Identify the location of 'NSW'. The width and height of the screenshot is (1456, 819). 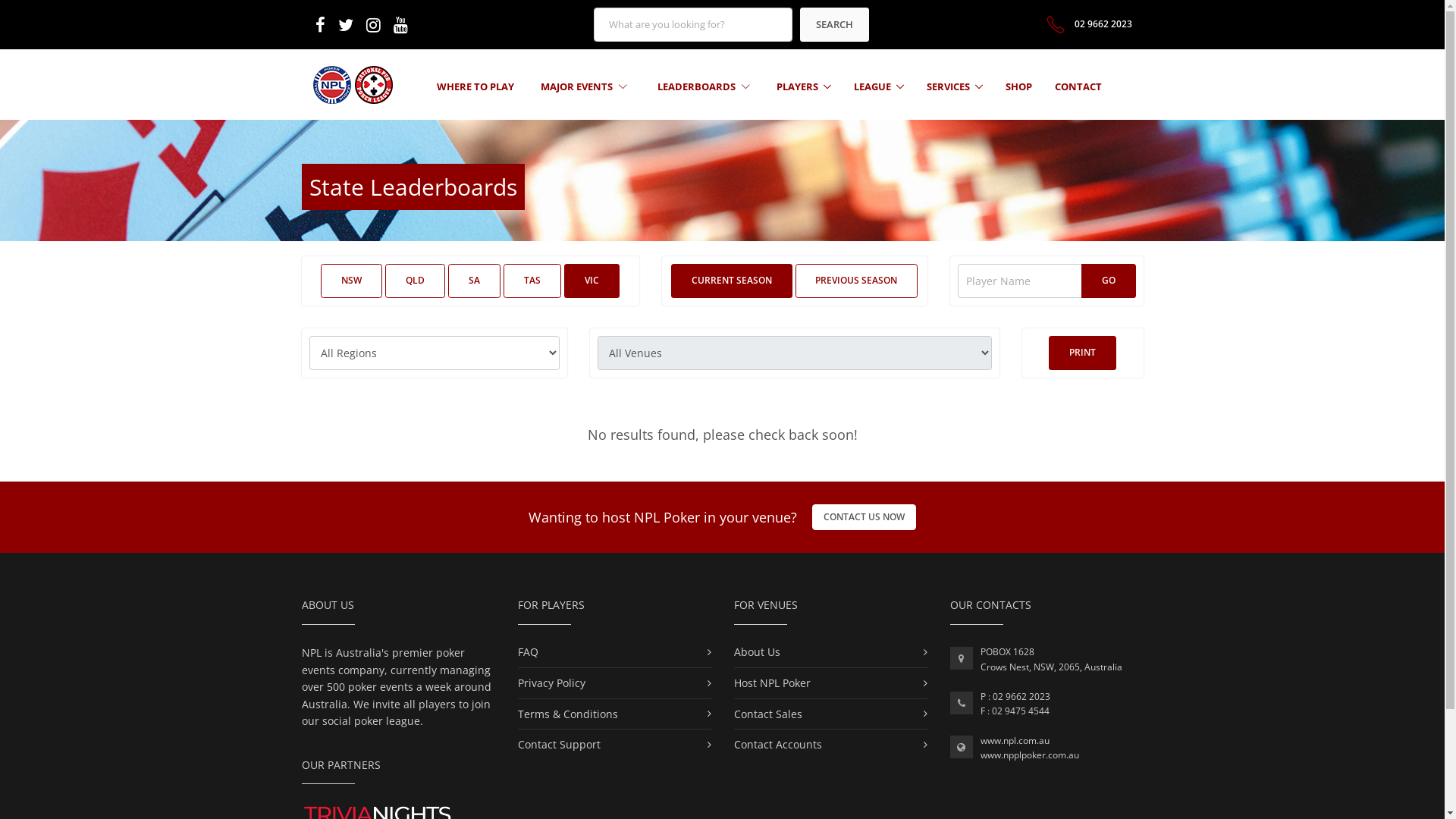
(319, 281).